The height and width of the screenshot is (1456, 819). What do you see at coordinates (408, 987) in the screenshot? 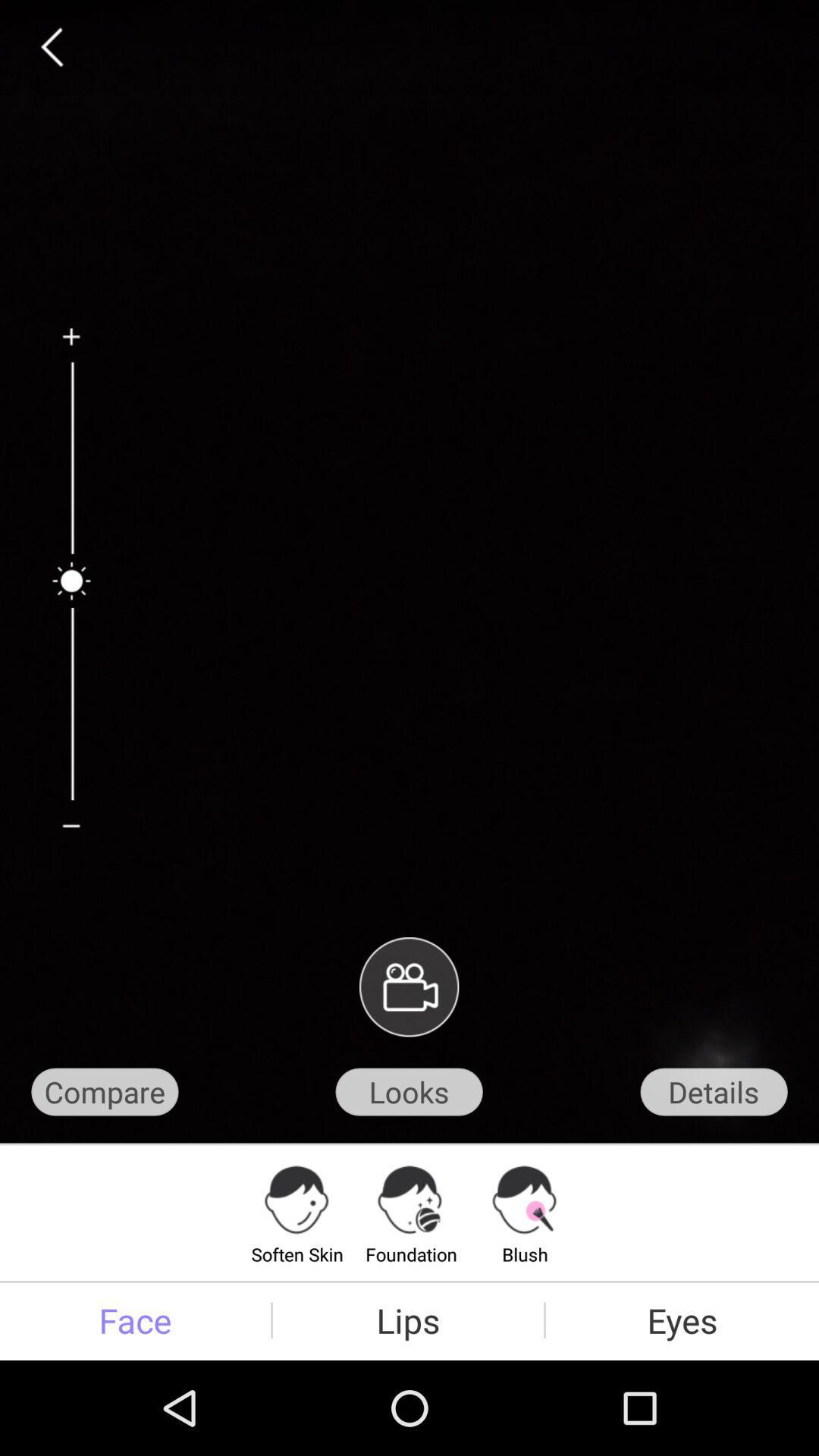
I see `the icon above looks` at bounding box center [408, 987].